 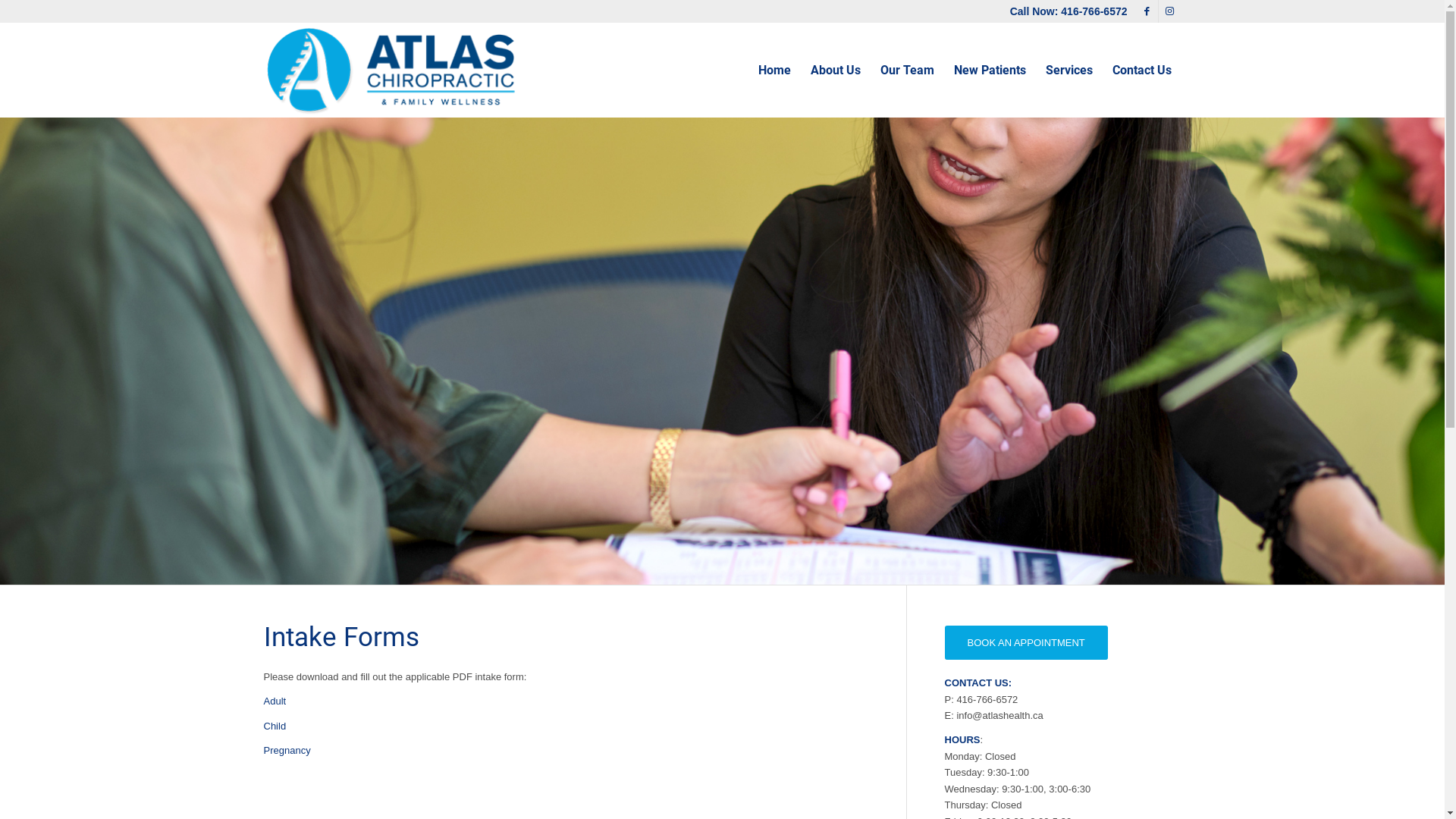 I want to click on 'Instagram', so click(x=1169, y=11).